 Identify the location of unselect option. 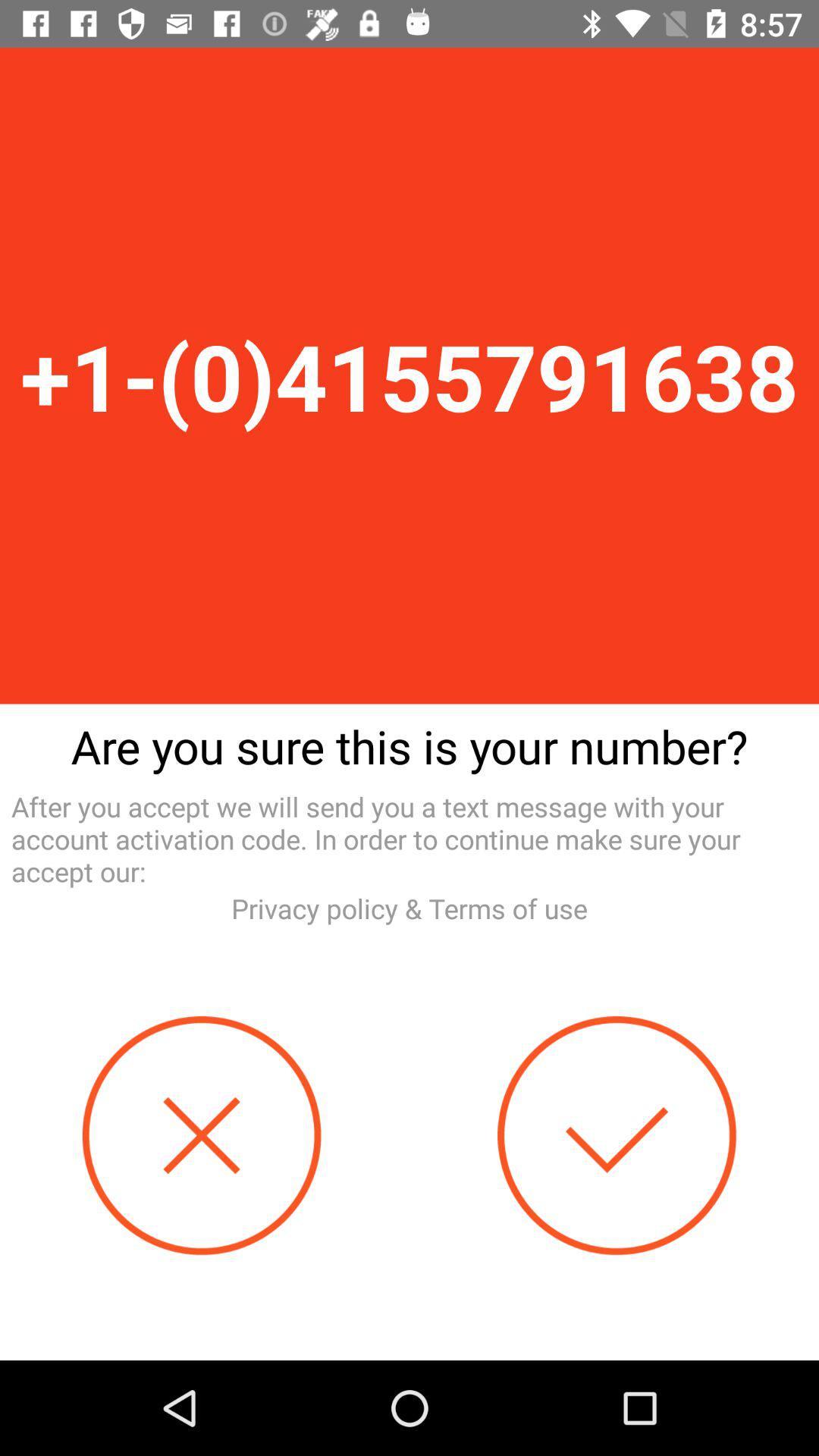
(201, 1135).